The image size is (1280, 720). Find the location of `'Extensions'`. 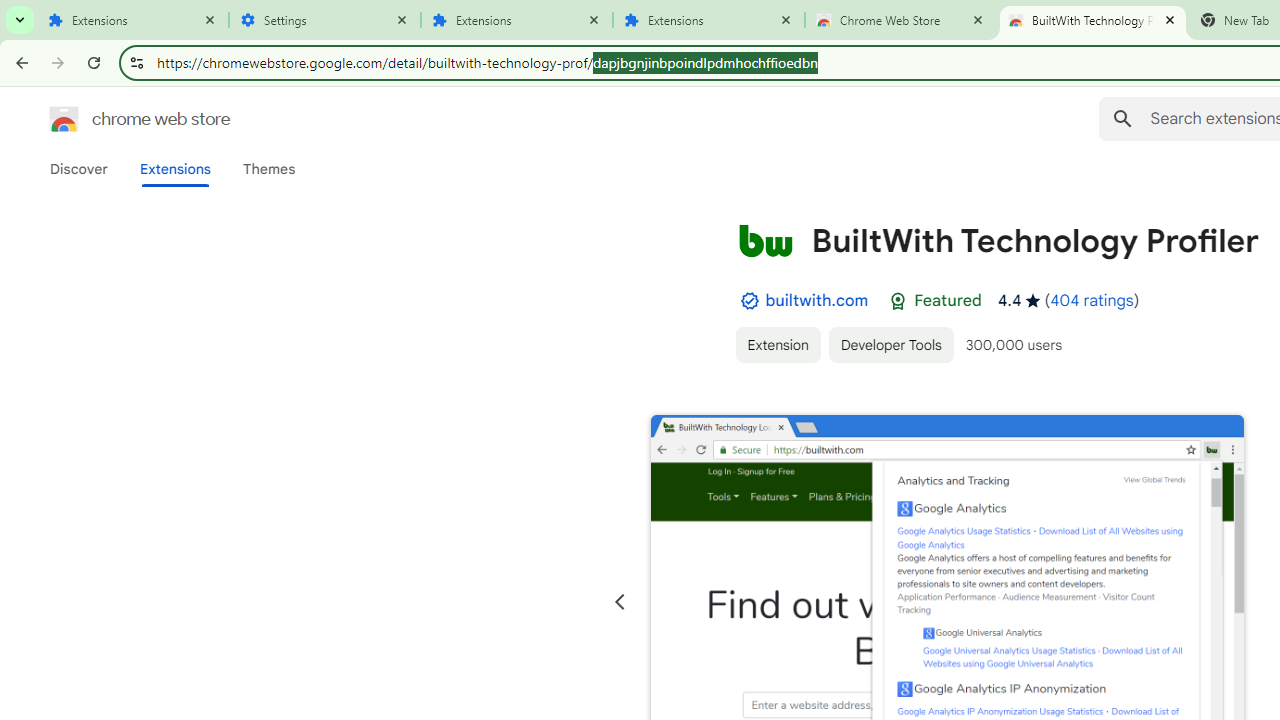

'Extensions' is located at coordinates (132, 20).